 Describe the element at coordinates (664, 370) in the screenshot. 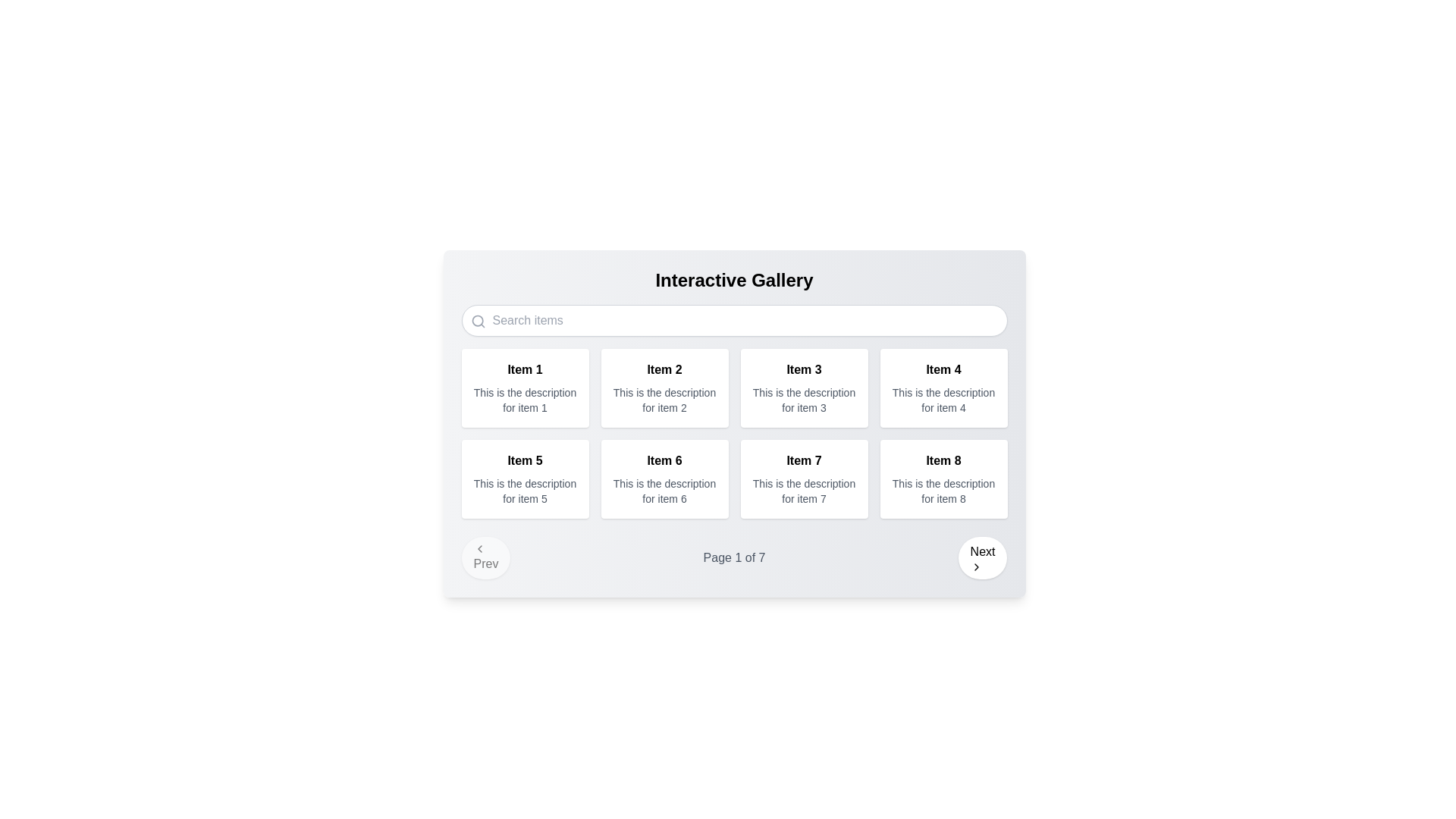

I see `the title Label at the top center of the second card in the gallery's top row, which serves as an identifier for the associated item` at that location.